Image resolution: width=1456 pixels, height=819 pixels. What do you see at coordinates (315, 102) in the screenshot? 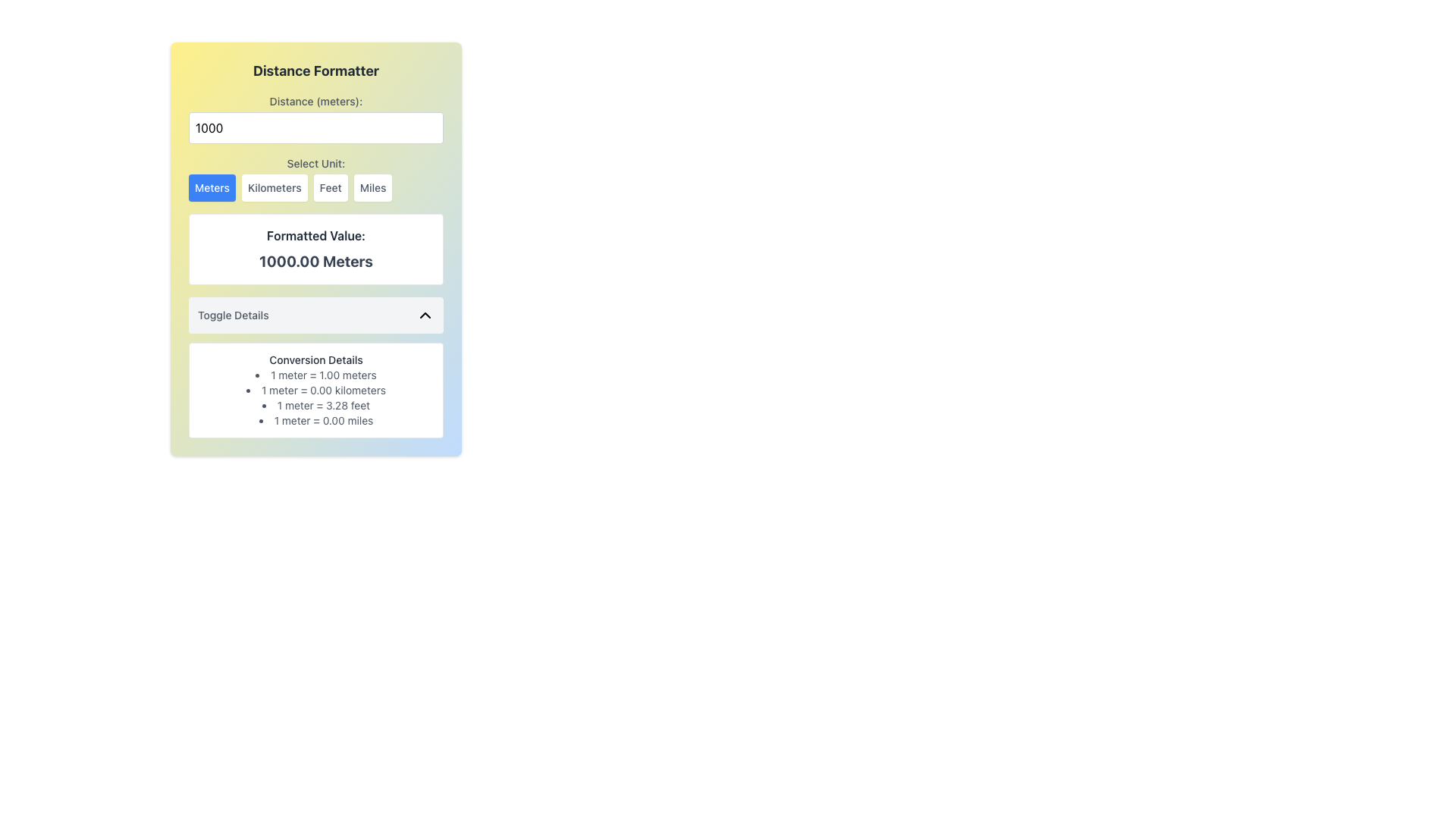
I see `the static text label reading 'Distance (meters):' which is positioned above an input field in the 'Distance Formatter' form` at bounding box center [315, 102].